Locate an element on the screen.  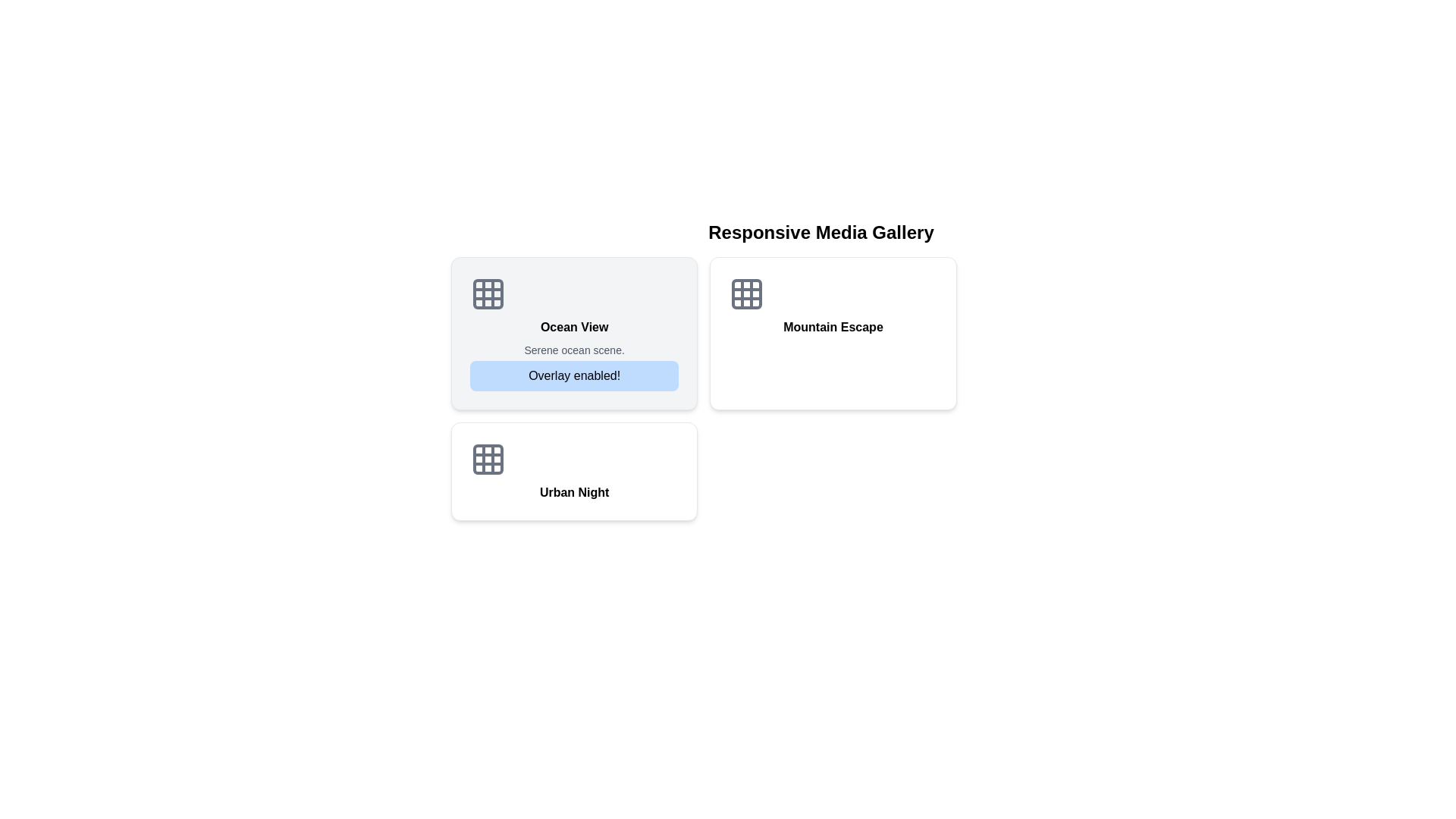
the grid layout icon located at the top-left corner of the 'Mountain Escape' card in the media gallery grid is located at coordinates (747, 294).